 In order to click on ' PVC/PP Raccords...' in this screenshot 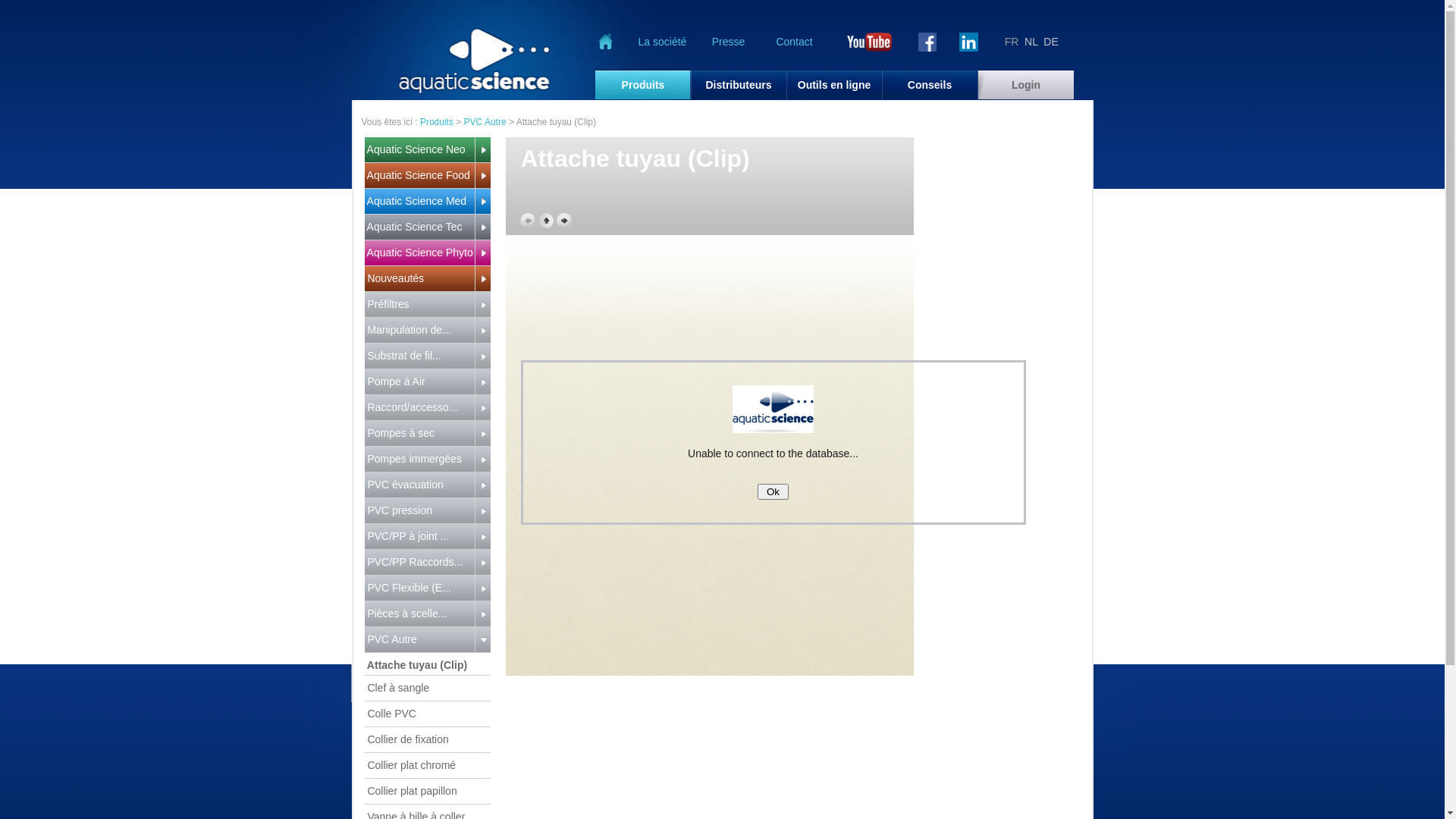, I will do `click(419, 562)`.